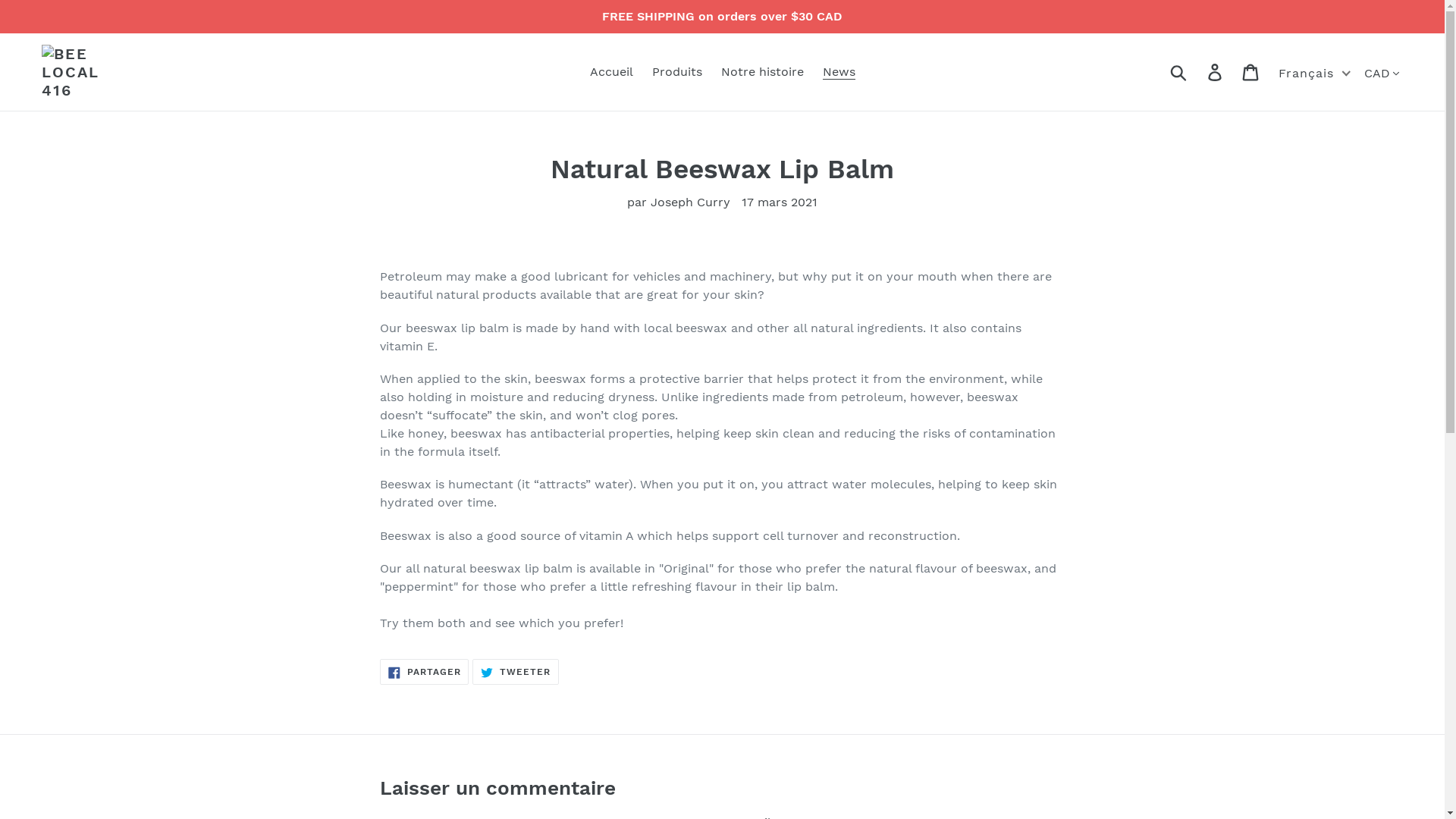 Image resolution: width=1456 pixels, height=819 pixels. What do you see at coordinates (516, 672) in the screenshot?
I see `'TWEETER` at bounding box center [516, 672].